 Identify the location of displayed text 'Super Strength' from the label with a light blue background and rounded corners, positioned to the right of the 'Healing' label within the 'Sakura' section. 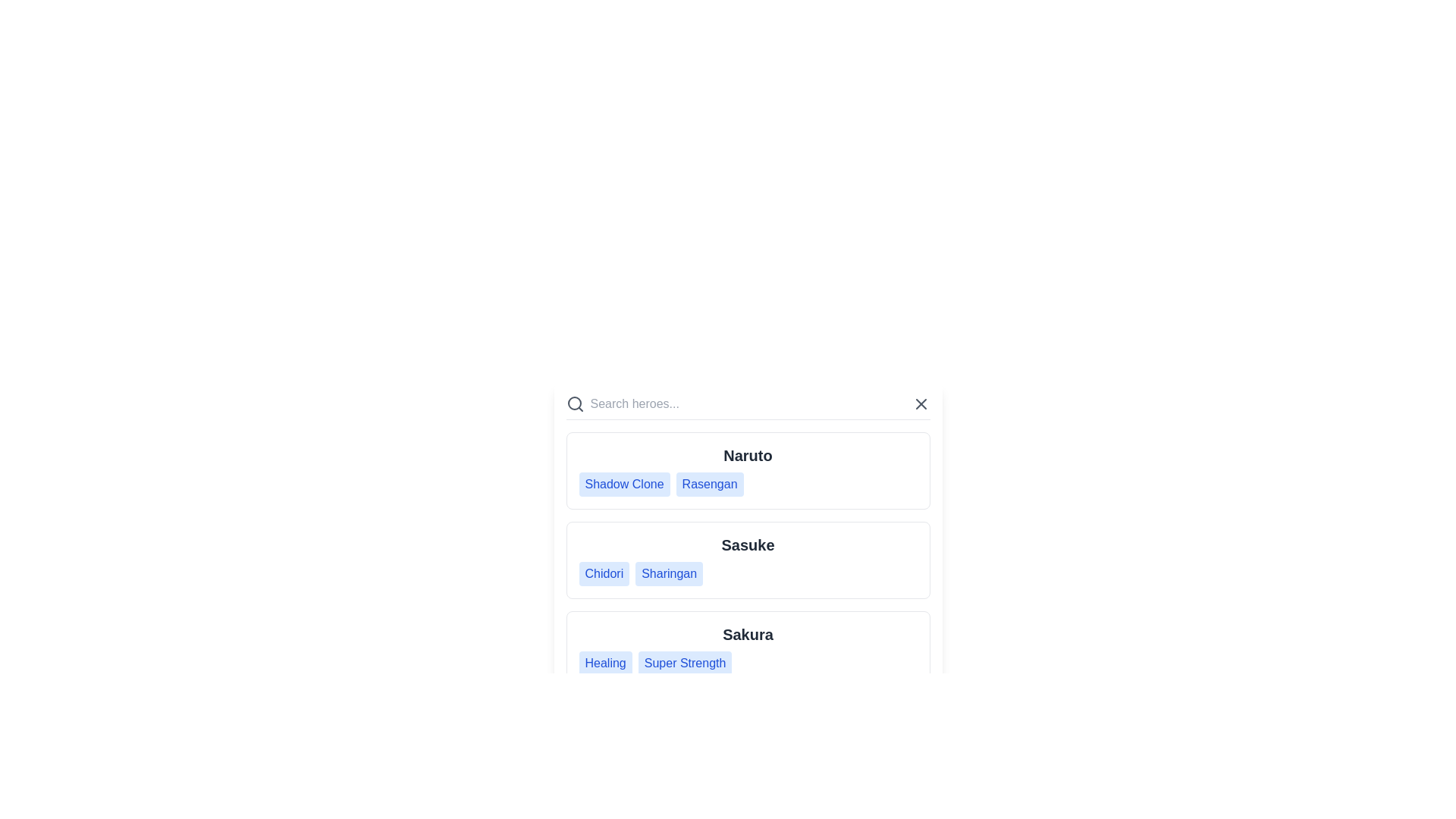
(684, 663).